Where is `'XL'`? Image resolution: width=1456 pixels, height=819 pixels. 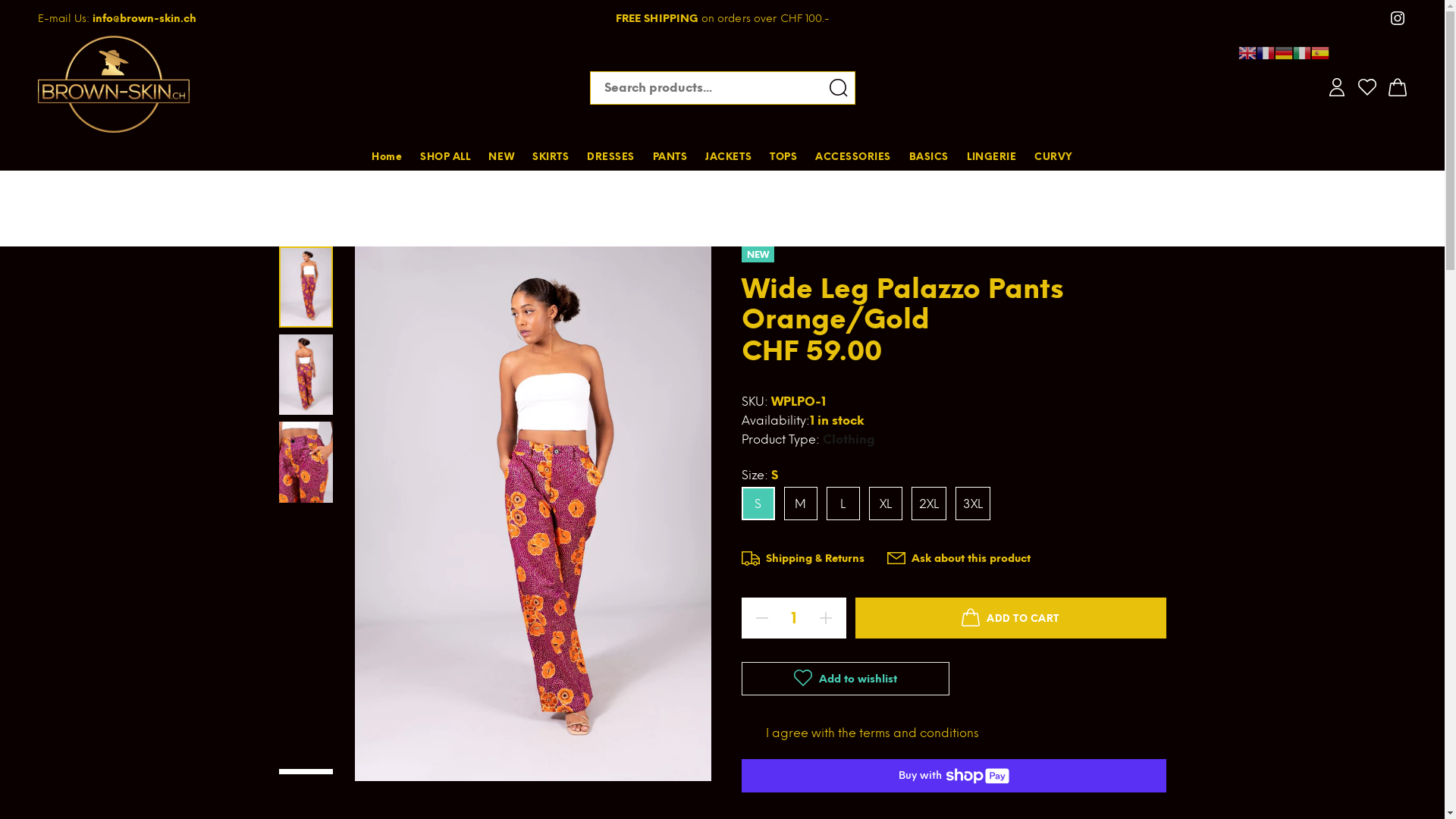 'XL' is located at coordinates (885, 503).